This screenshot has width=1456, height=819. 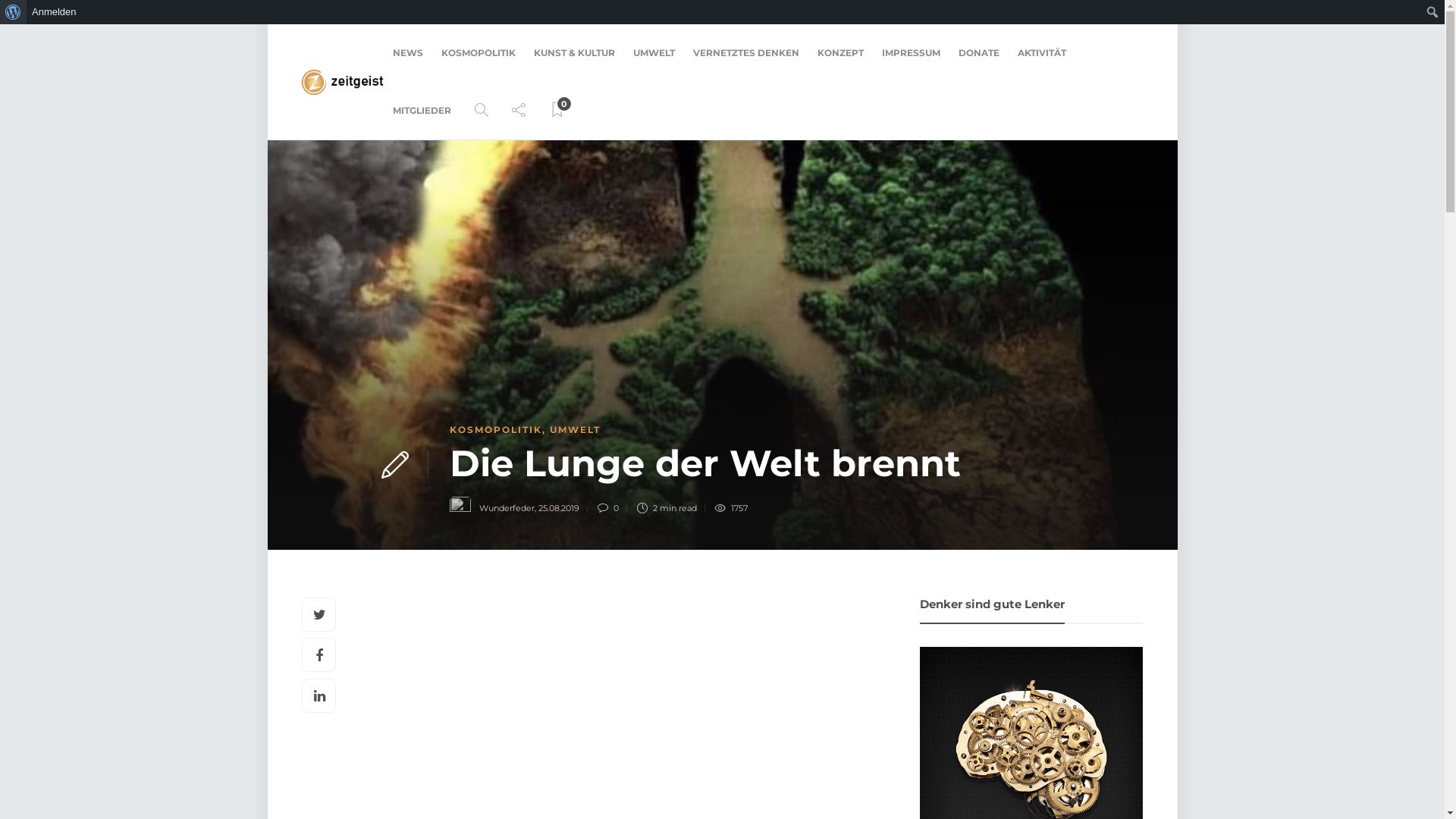 I want to click on 'Wunderfeder', so click(x=507, y=508).